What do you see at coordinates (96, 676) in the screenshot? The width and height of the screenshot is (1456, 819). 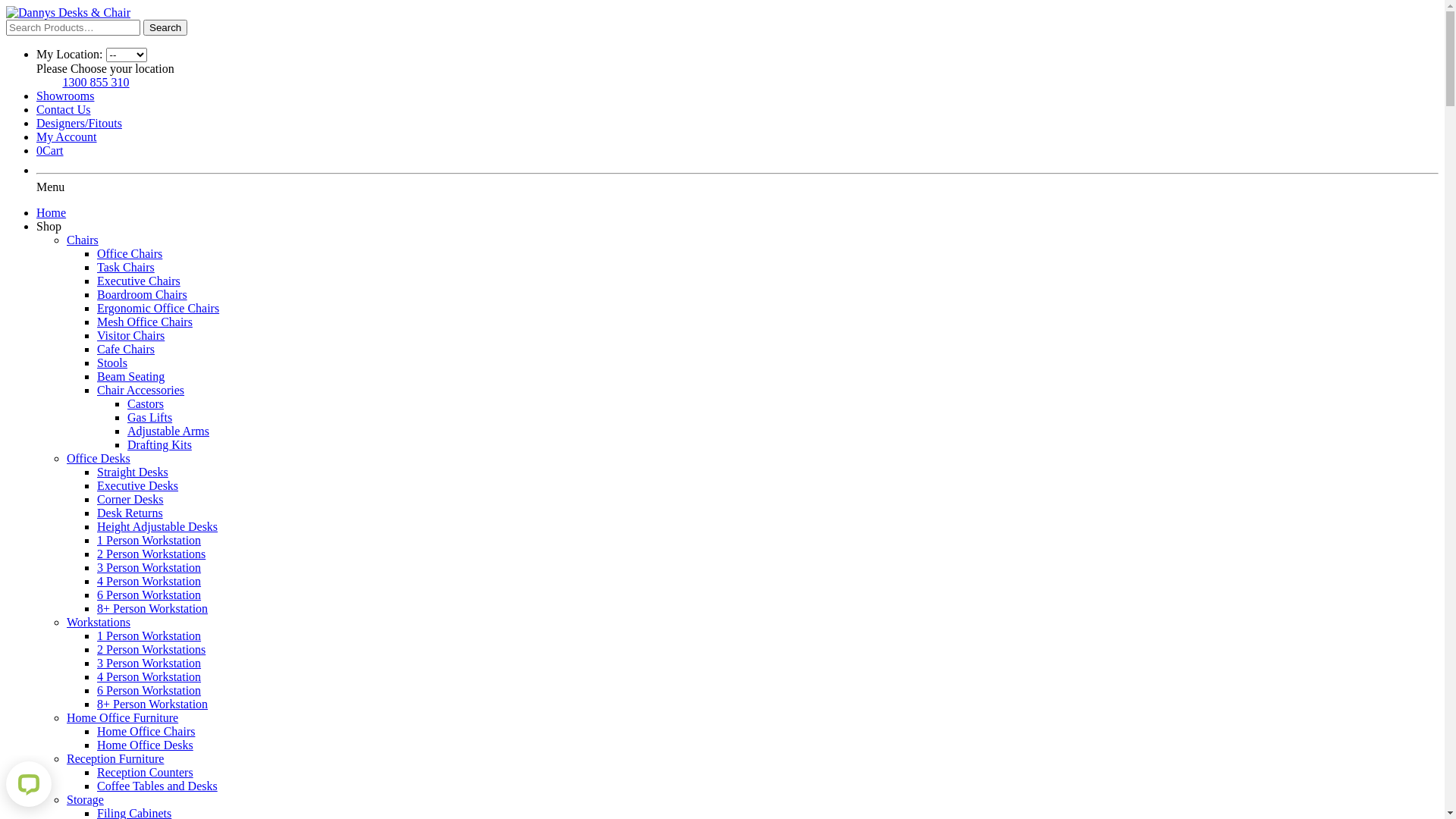 I see `'4 Person Workstation'` at bounding box center [96, 676].